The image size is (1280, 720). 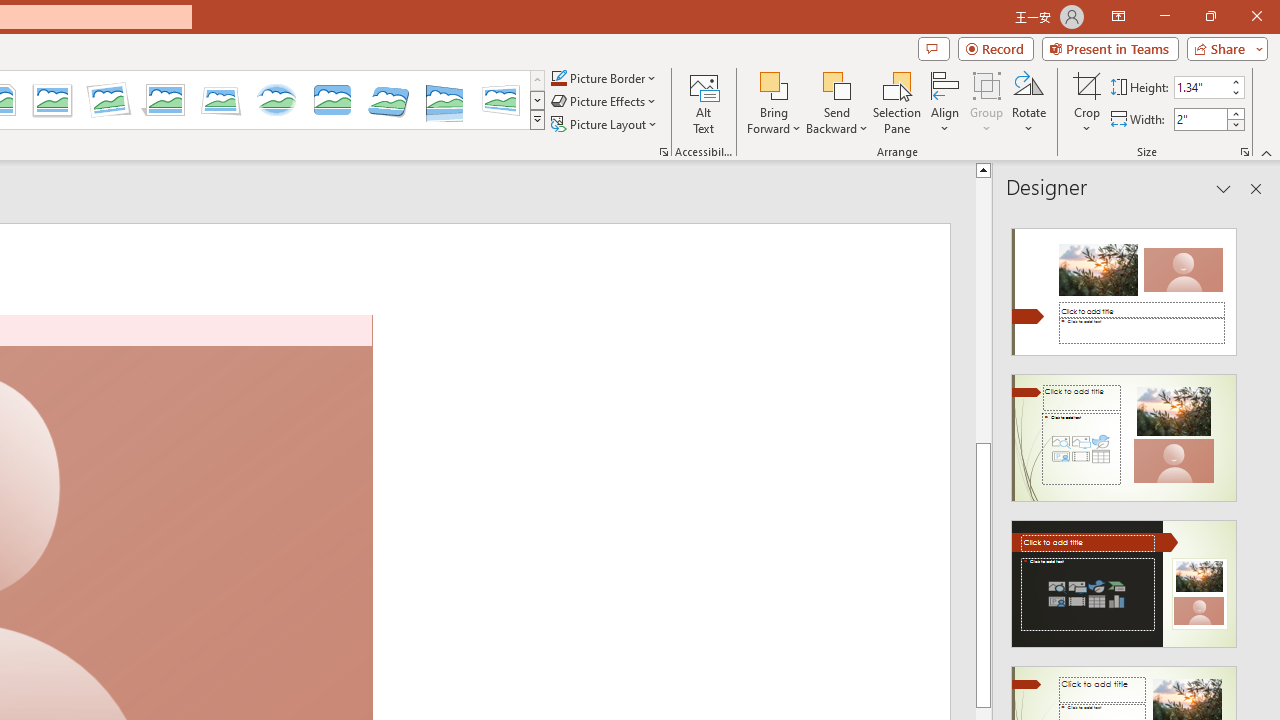 What do you see at coordinates (605, 124) in the screenshot?
I see `'Picture Layout'` at bounding box center [605, 124].